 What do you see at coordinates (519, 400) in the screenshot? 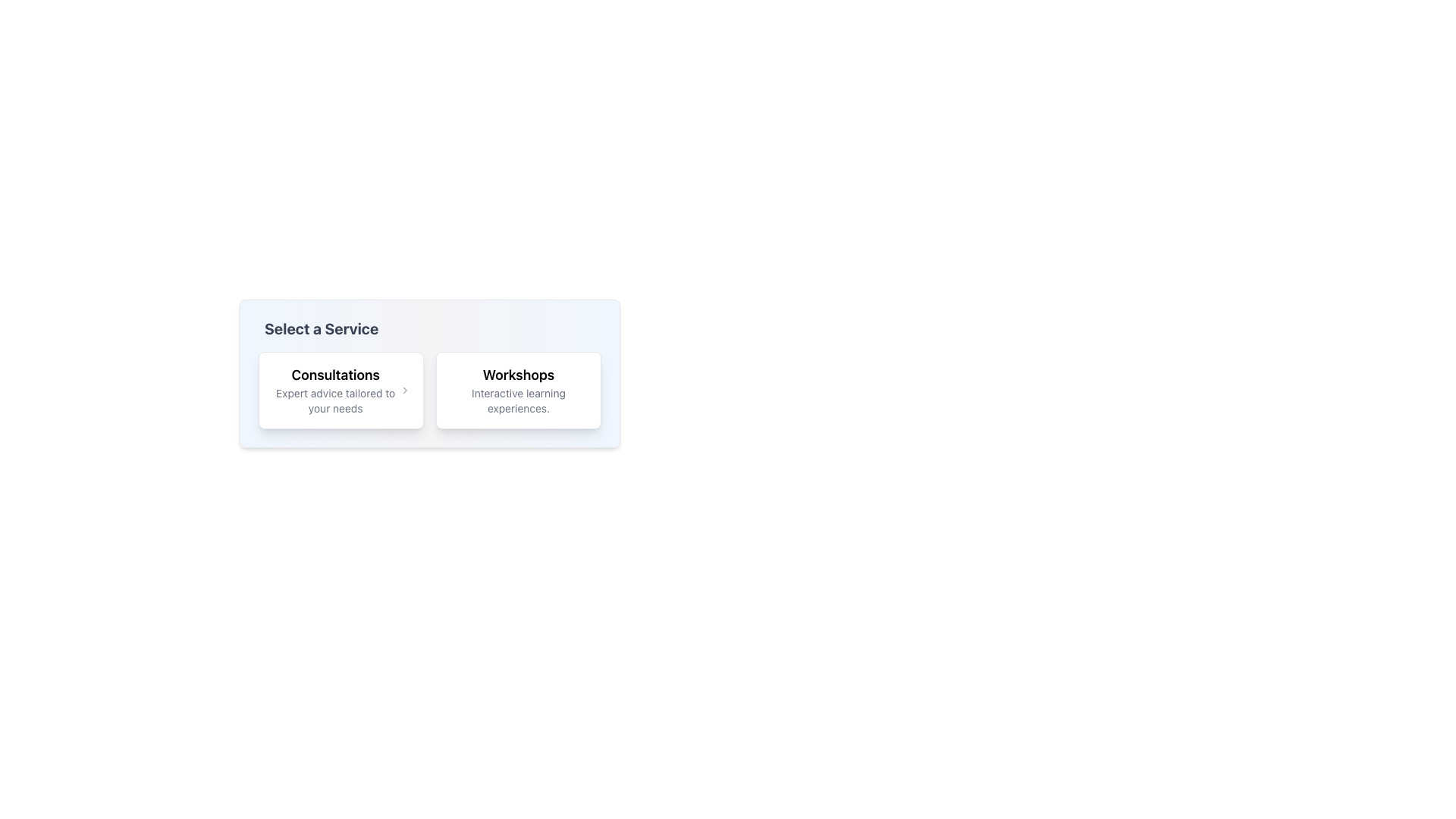
I see `the text label displaying 'Interactive learning experiences.' which is located below the 'Workshops' title in the right card of the service selection section` at bounding box center [519, 400].